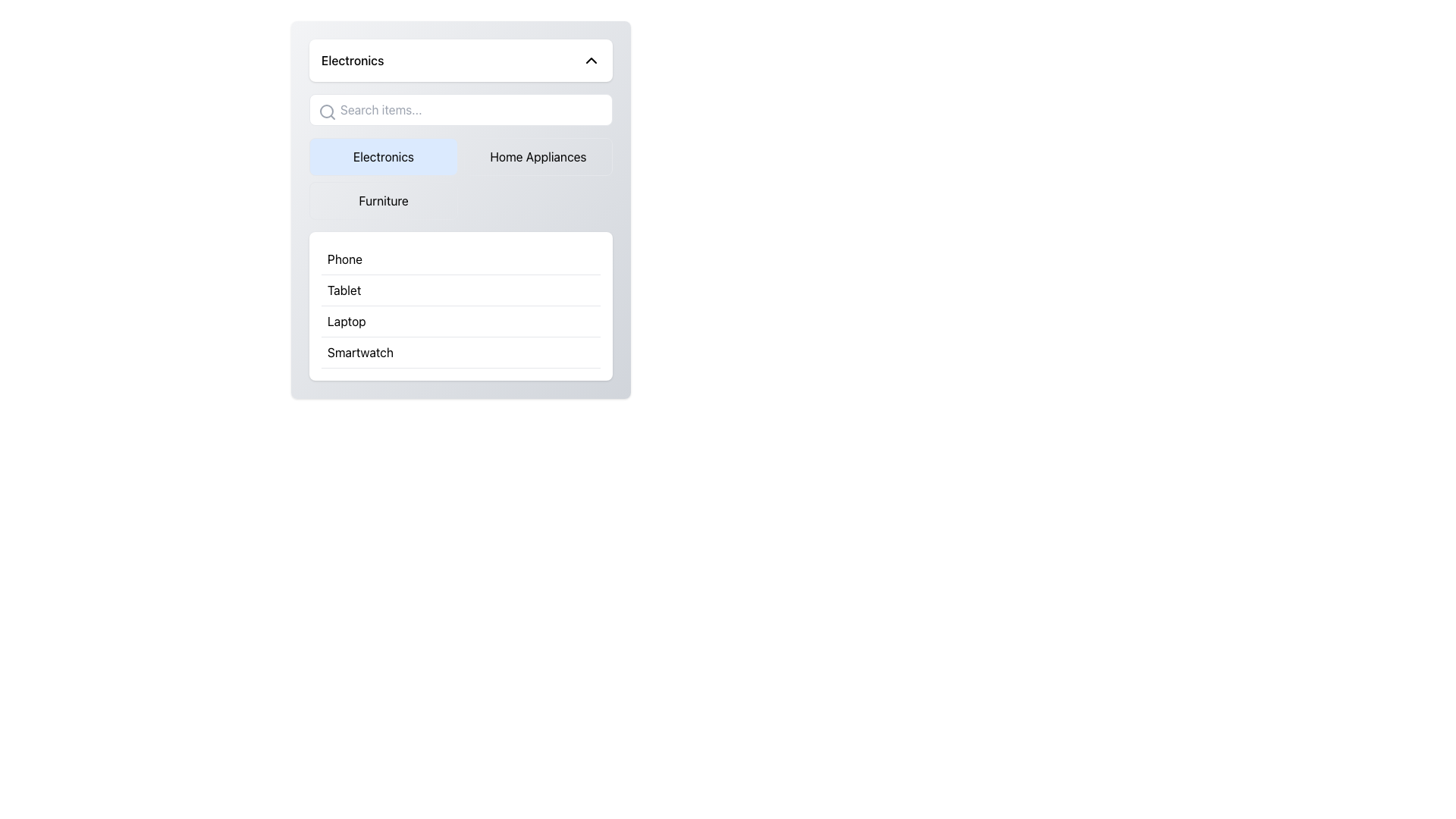  Describe the element at coordinates (346, 321) in the screenshot. I see `text 'Laptop' located in the third position of the list under the 'Electronics' category` at that location.